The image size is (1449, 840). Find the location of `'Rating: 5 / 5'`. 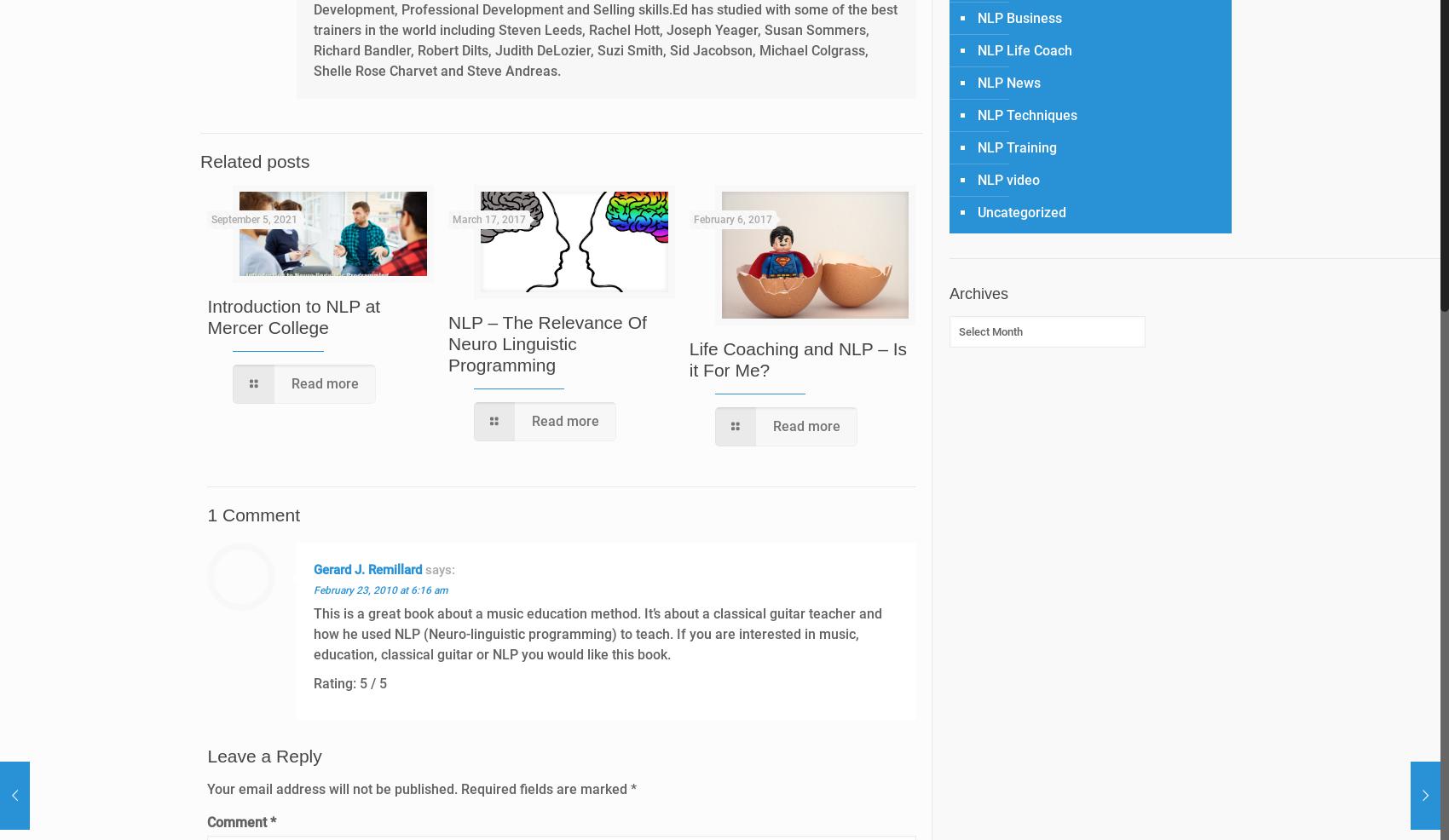

'Rating: 5 / 5' is located at coordinates (349, 683).